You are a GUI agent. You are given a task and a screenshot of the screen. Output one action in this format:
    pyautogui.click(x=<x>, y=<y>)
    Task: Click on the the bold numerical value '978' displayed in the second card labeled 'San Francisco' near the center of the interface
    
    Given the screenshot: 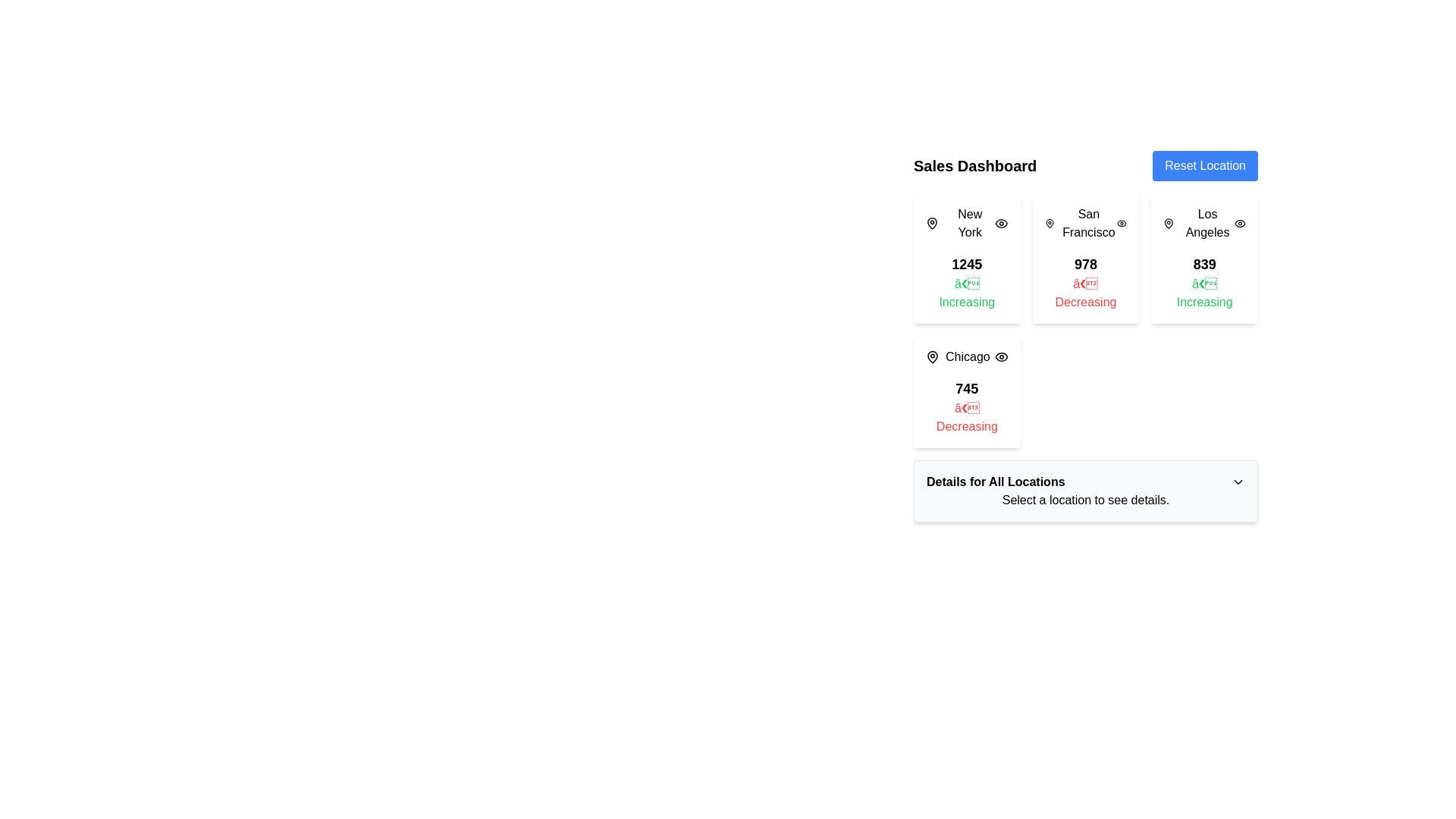 What is the action you would take?
    pyautogui.click(x=1084, y=263)
    